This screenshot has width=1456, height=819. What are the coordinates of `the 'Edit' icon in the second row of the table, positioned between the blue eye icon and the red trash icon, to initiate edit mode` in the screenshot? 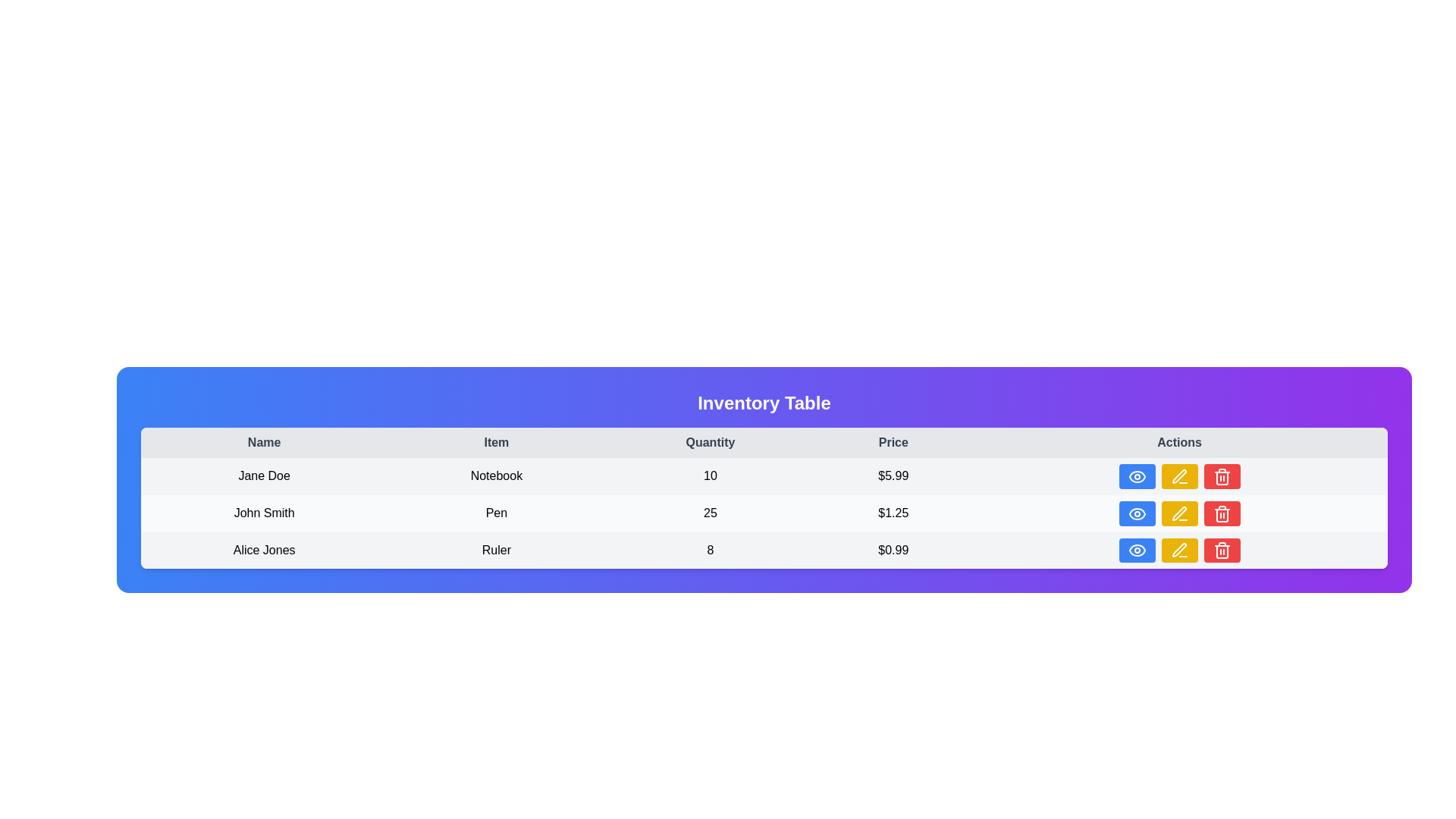 It's located at (1178, 513).